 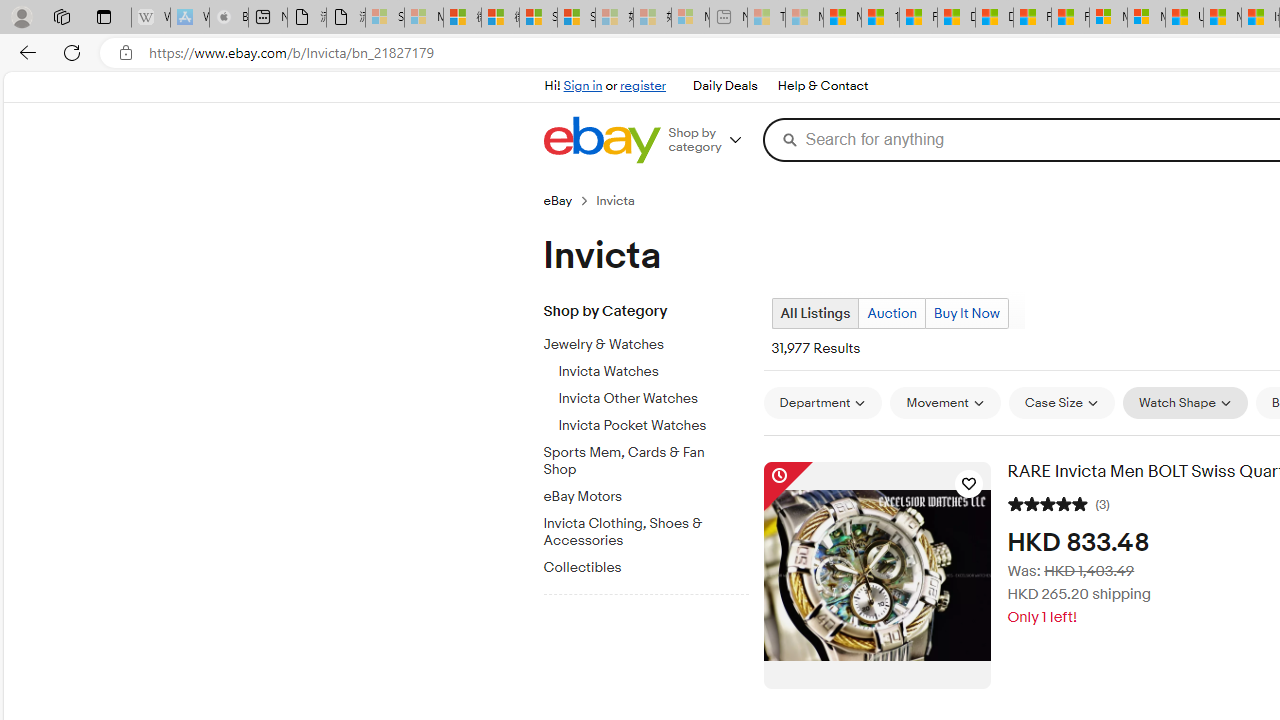 I want to click on 'Department', so click(x=823, y=403).